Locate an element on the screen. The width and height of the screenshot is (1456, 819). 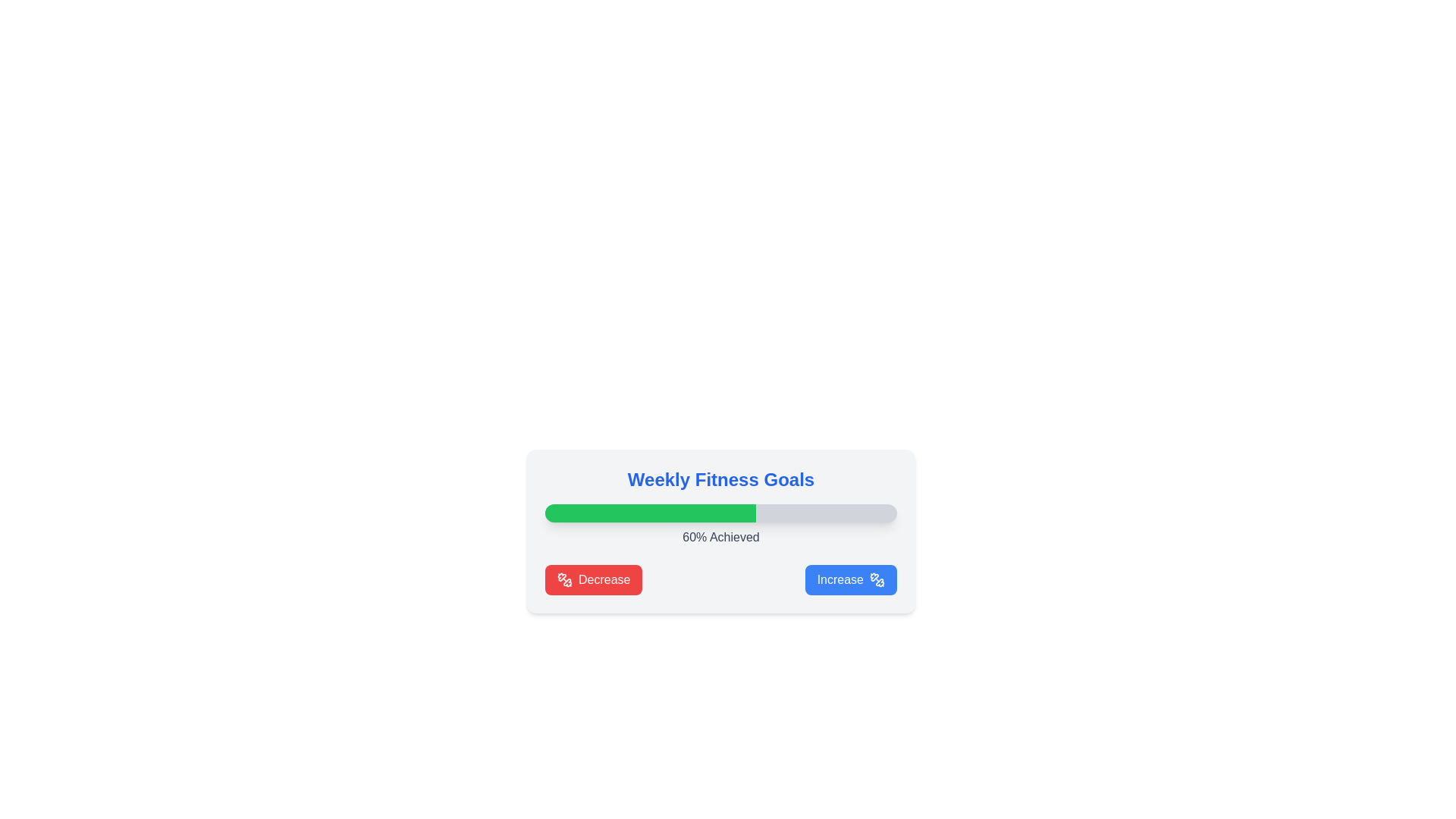
the text label that displays the progress percentage, located beneath the progress bar, between the 'Decrease' and 'Increase' buttons is located at coordinates (720, 537).